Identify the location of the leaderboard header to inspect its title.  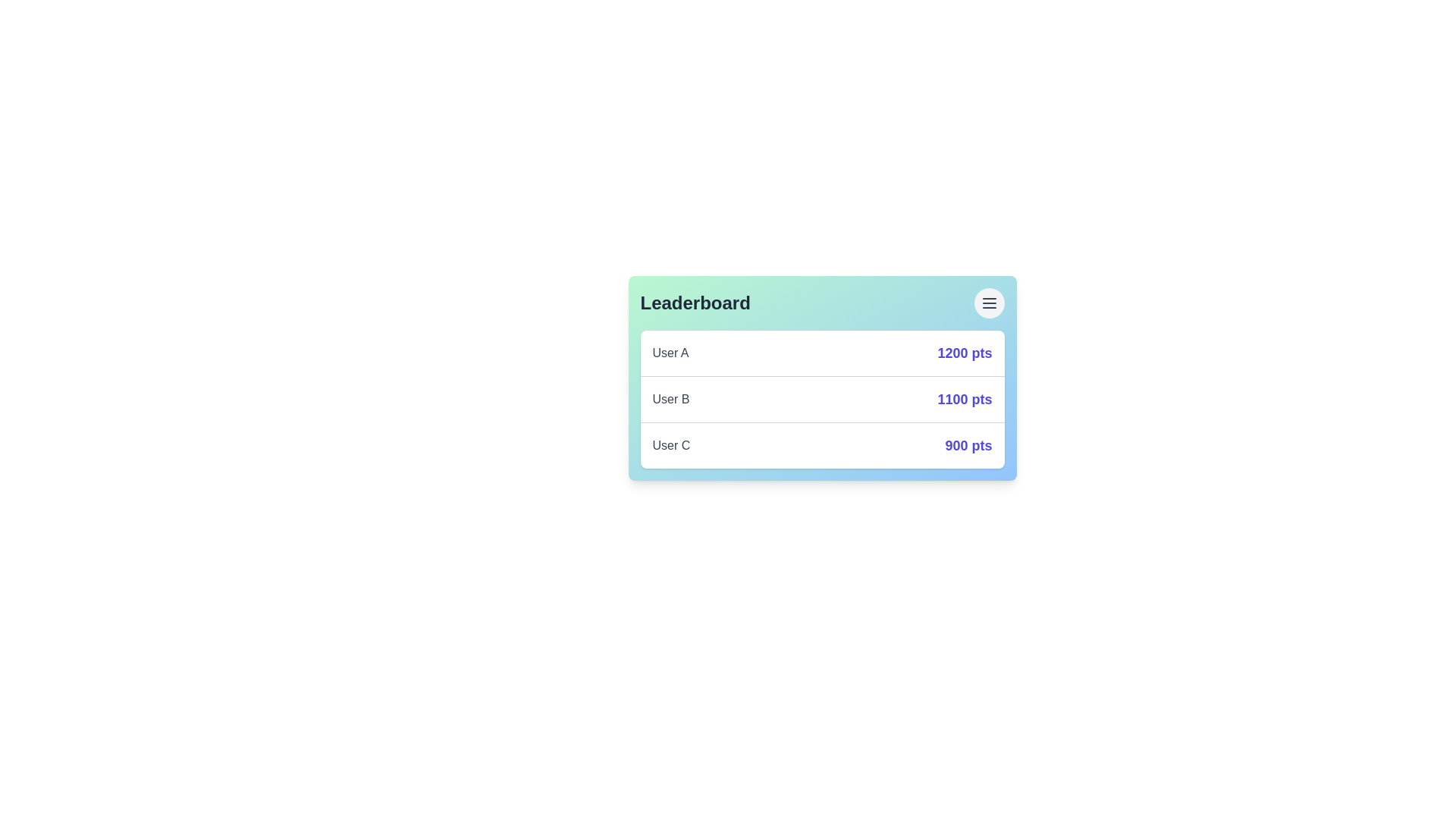
(821, 303).